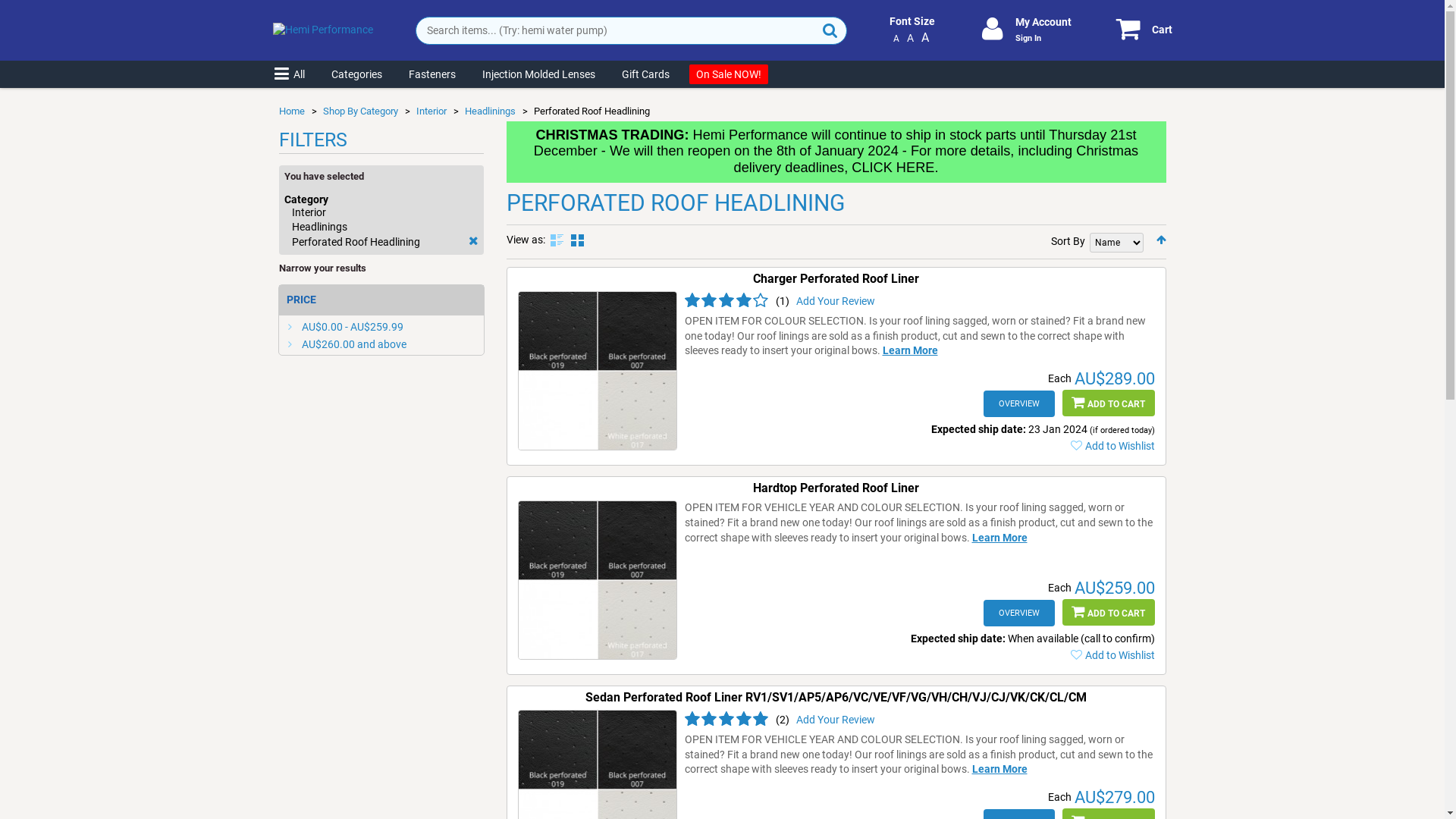  Describe the element at coordinates (472, 240) in the screenshot. I see `'Remove This Item'` at that location.